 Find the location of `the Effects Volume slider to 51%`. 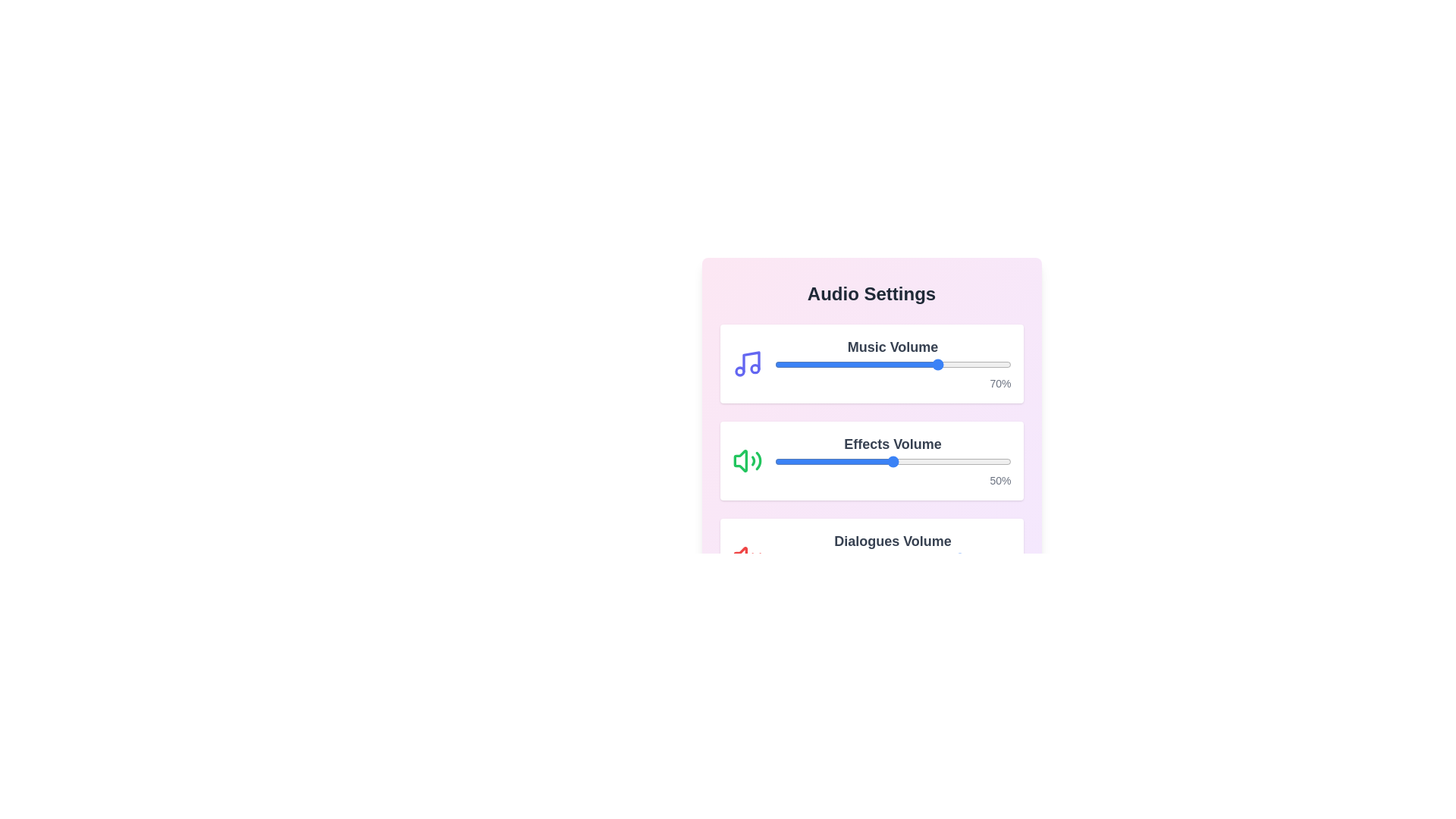

the Effects Volume slider to 51% is located at coordinates (895, 461).